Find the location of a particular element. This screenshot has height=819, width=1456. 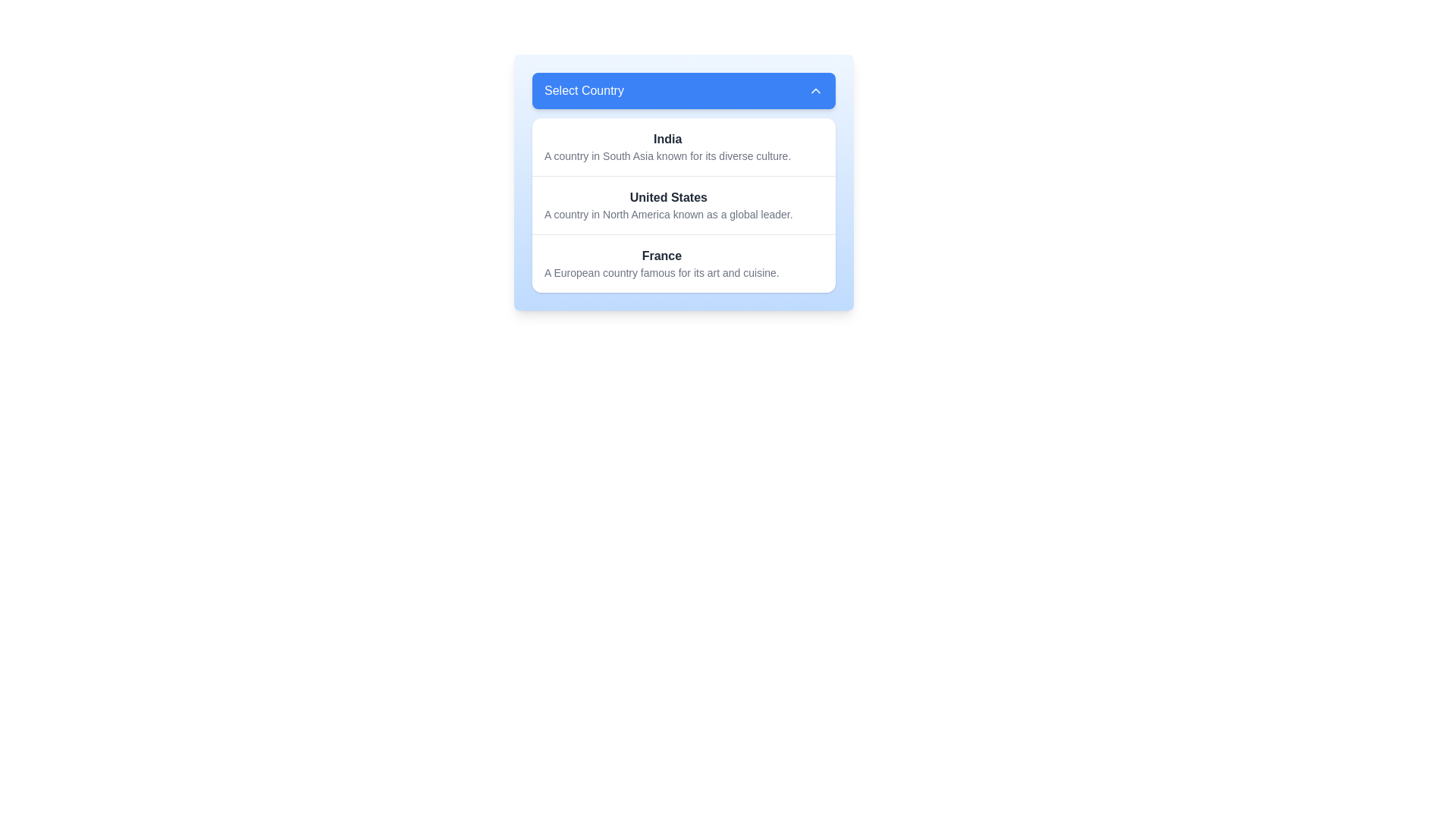

the static text element that reads 'A European country famous for its art and cuisine.' which is positioned beneath 'France' in the dropdown menu is located at coordinates (661, 271).